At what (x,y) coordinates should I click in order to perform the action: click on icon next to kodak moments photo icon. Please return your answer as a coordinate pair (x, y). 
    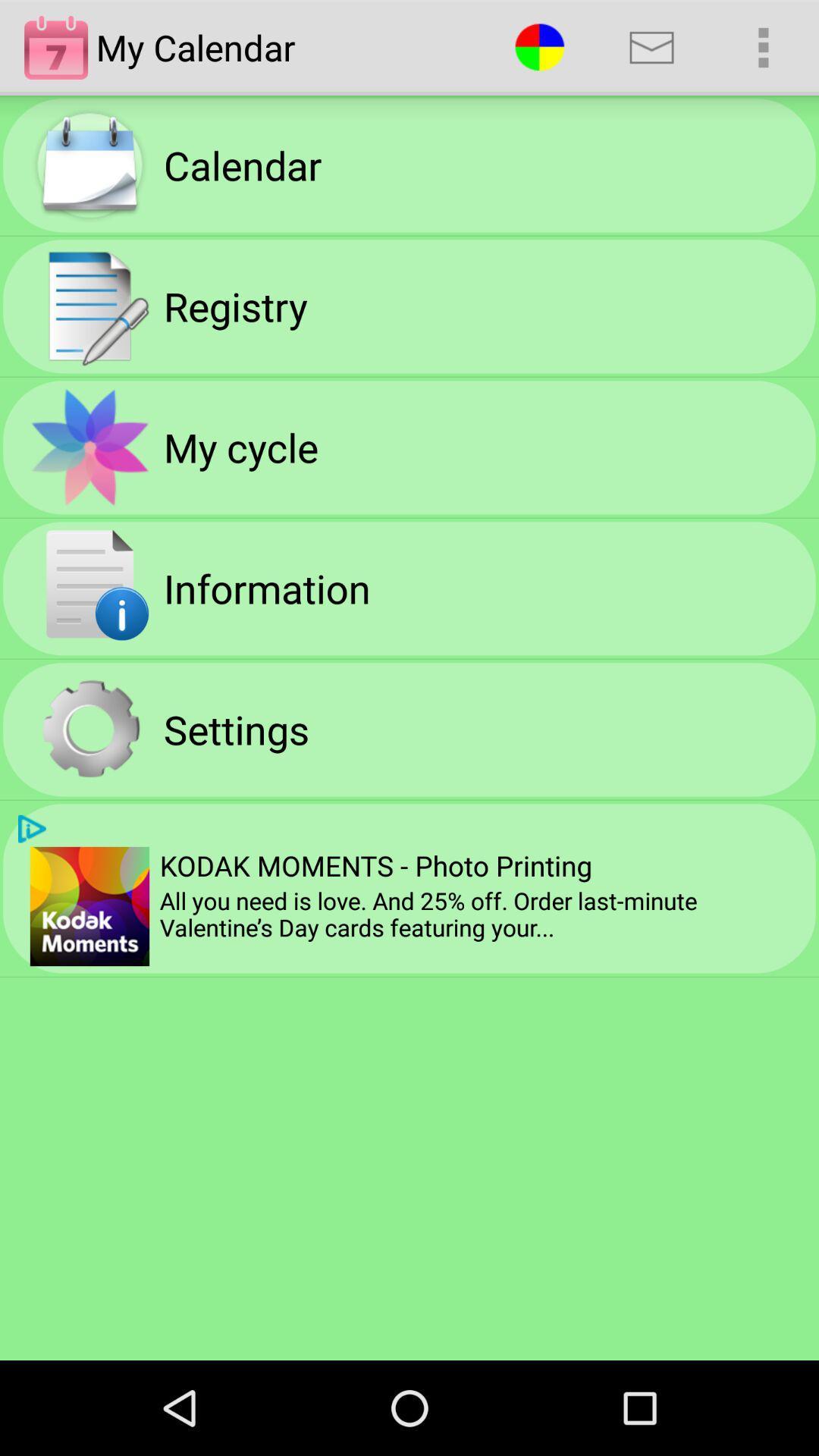
    Looking at the image, I should click on (89, 906).